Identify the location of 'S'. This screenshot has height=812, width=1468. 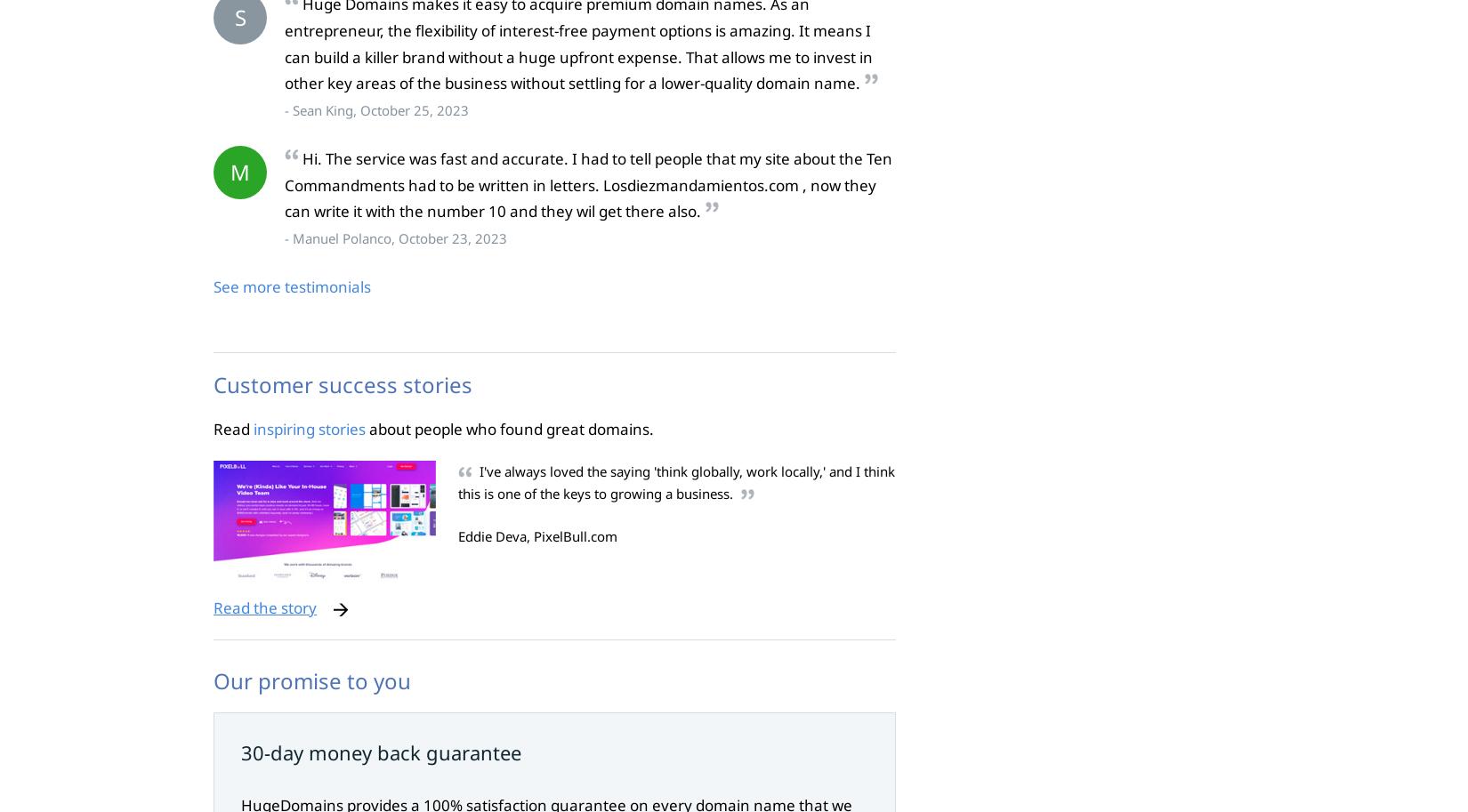
(239, 17).